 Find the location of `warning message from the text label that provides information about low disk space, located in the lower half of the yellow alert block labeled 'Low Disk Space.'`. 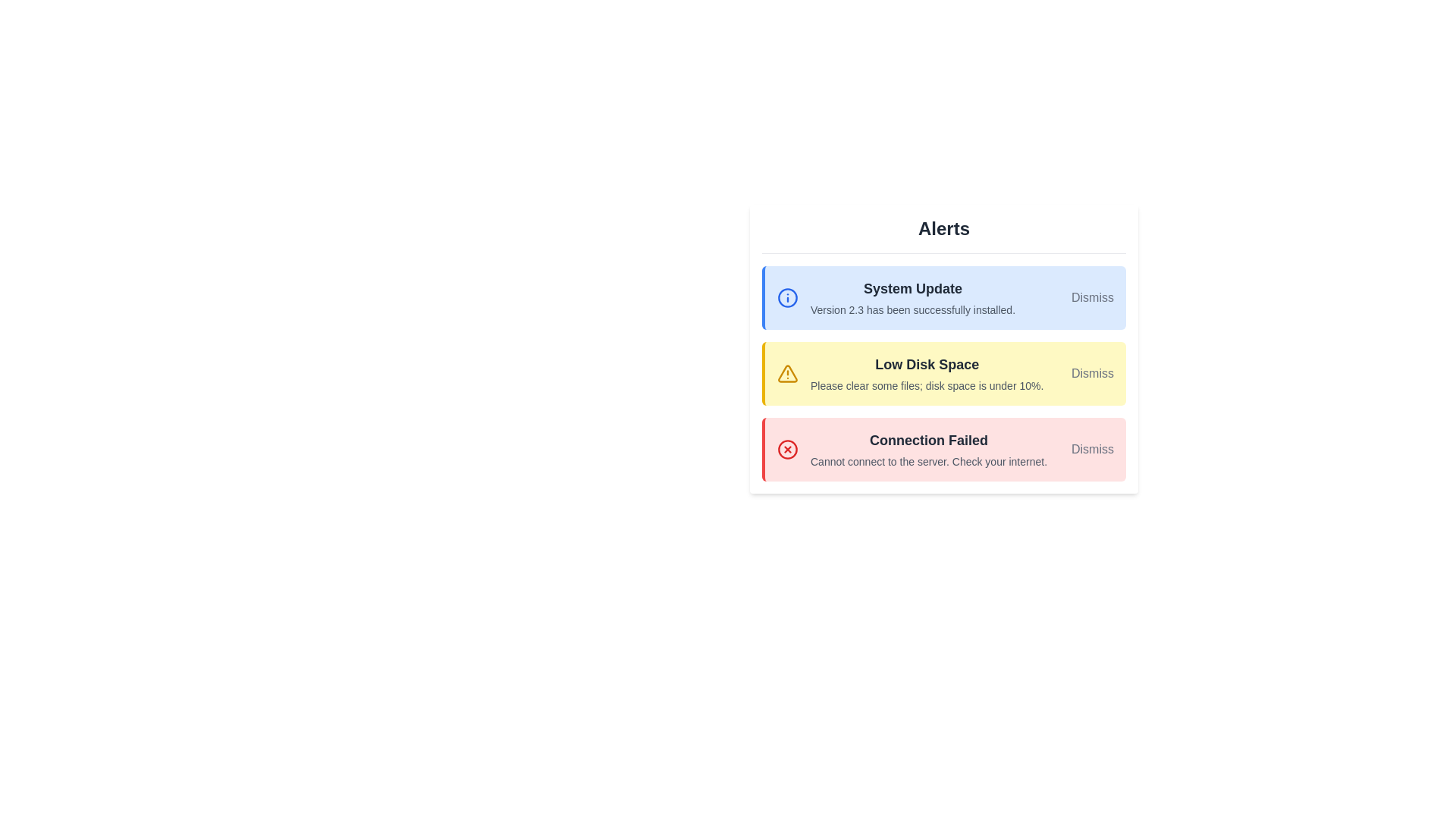

warning message from the text label that provides information about low disk space, located in the lower half of the yellow alert block labeled 'Low Disk Space.' is located at coordinates (926, 385).